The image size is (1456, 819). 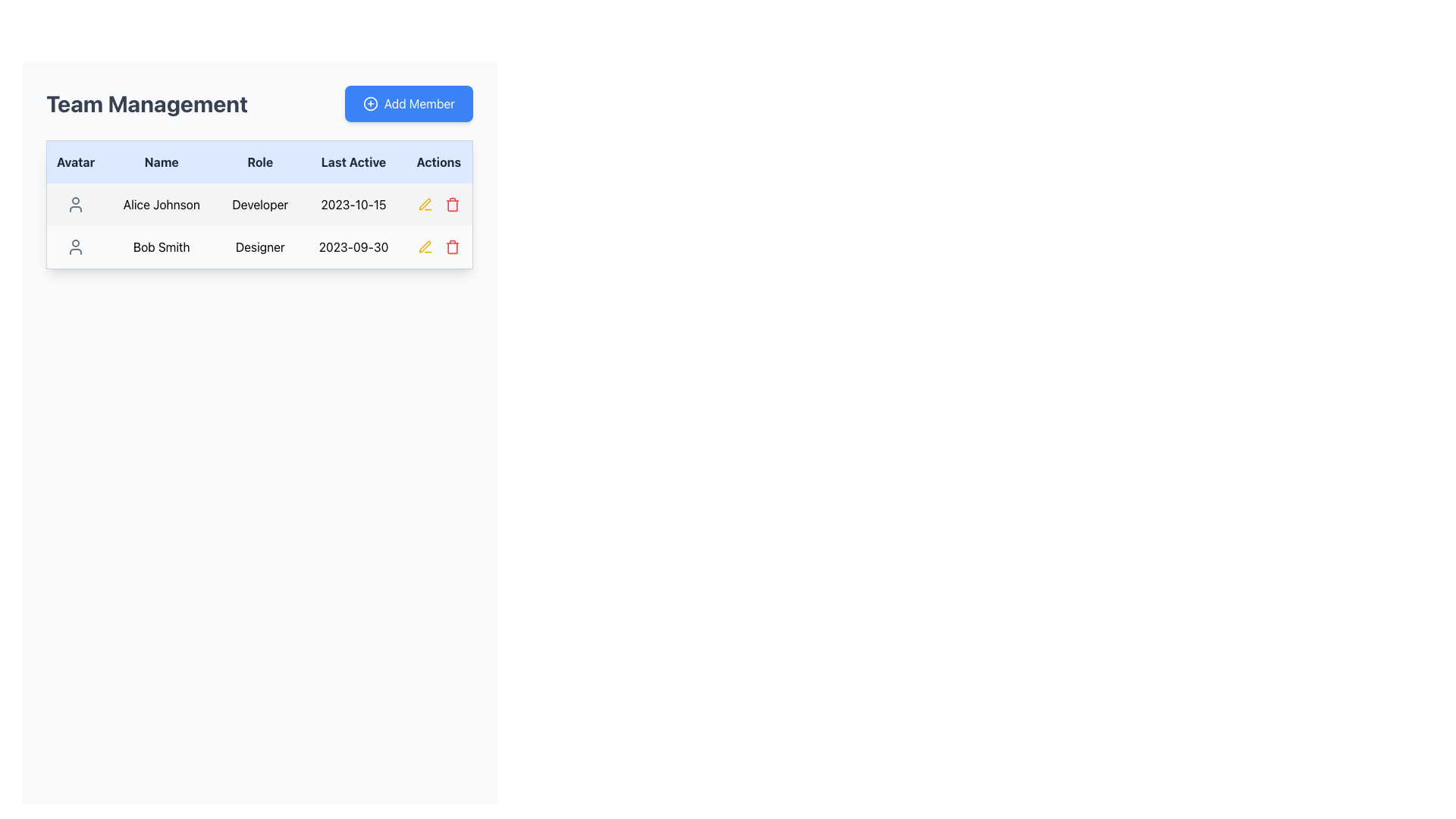 What do you see at coordinates (425, 205) in the screenshot?
I see `the small yellow pen-shaped icon button located in the second row of the 'Actions' column` at bounding box center [425, 205].